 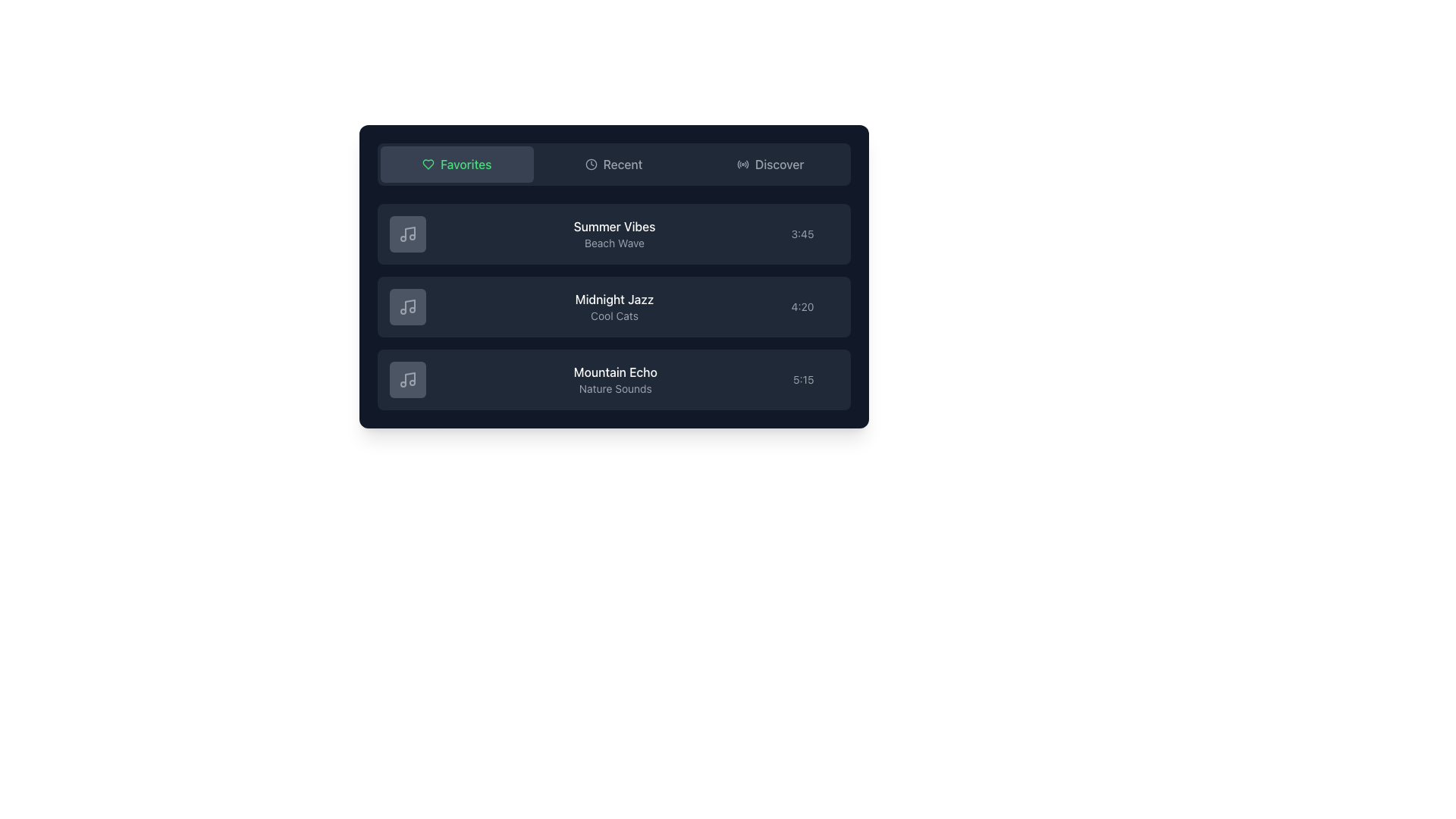 I want to click on the 'Discover' icon located in the top navigation bar, positioned to the left of the text 'Discover', so click(x=742, y=164).